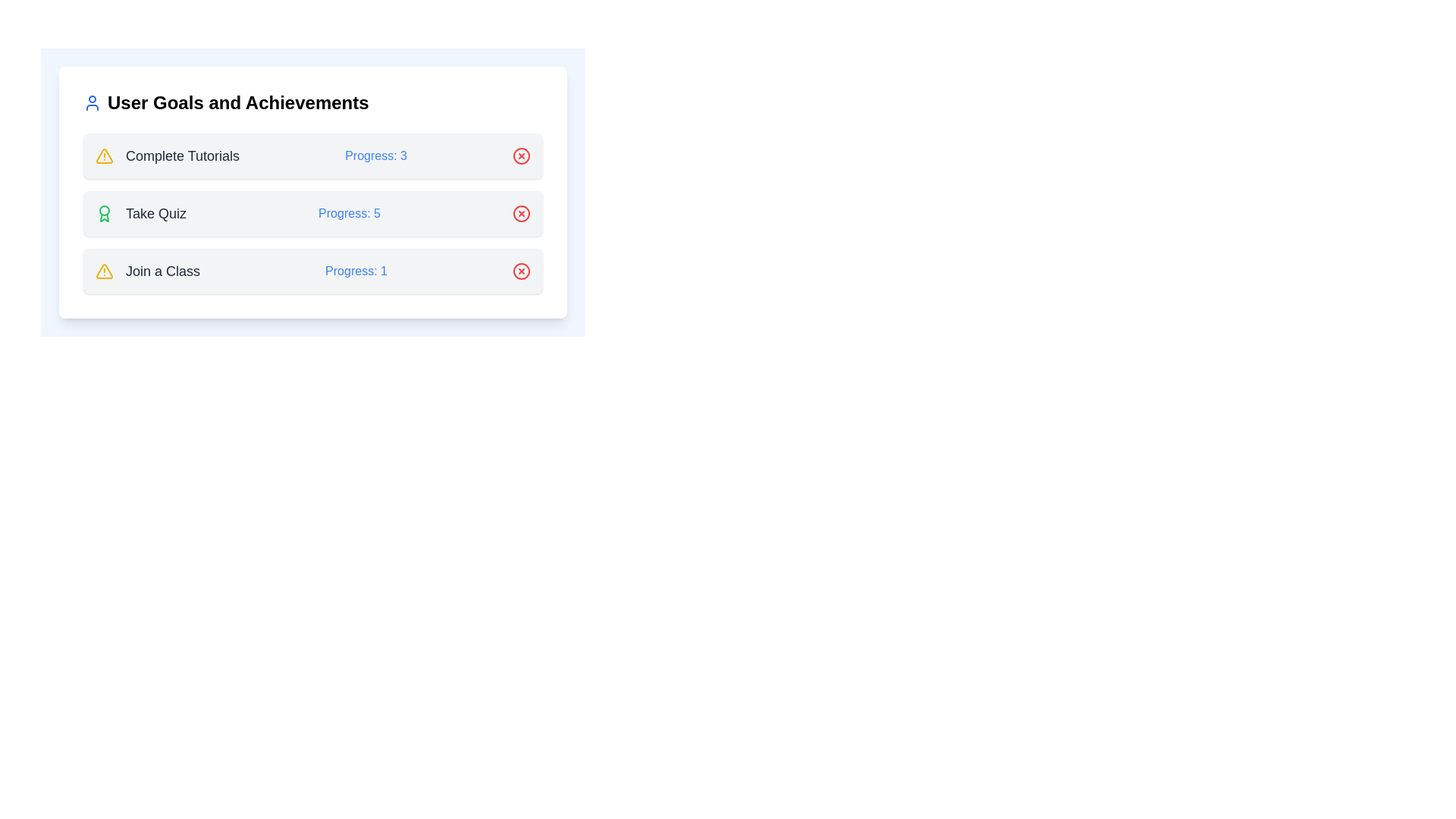 This screenshot has height=819, width=1456. I want to click on the green-themed award icon within the 'Take Quiz' item in the list, which is part of an SVG image element, so click(104, 218).